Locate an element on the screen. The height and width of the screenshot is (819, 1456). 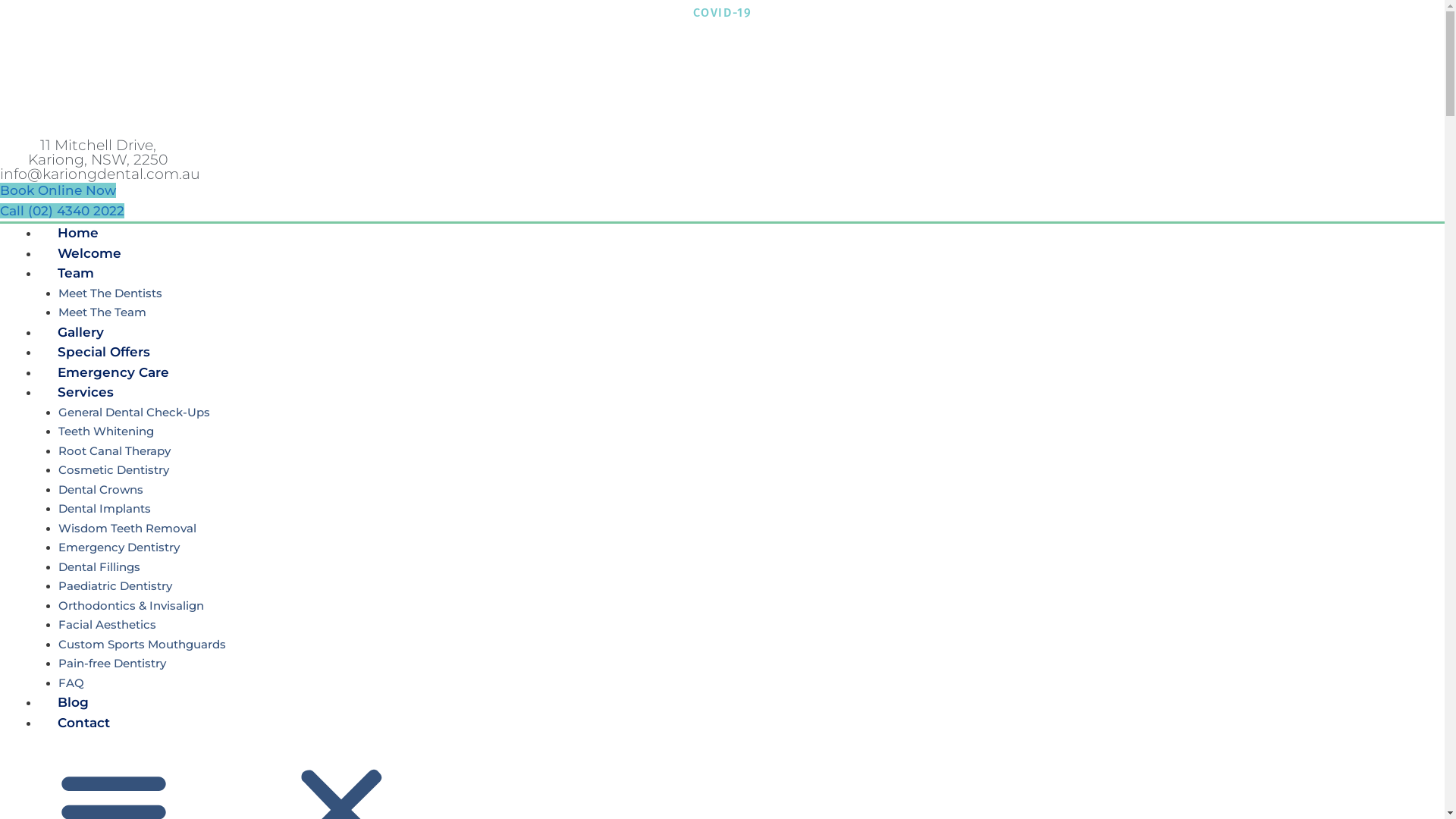
'Home' is located at coordinates (77, 233).